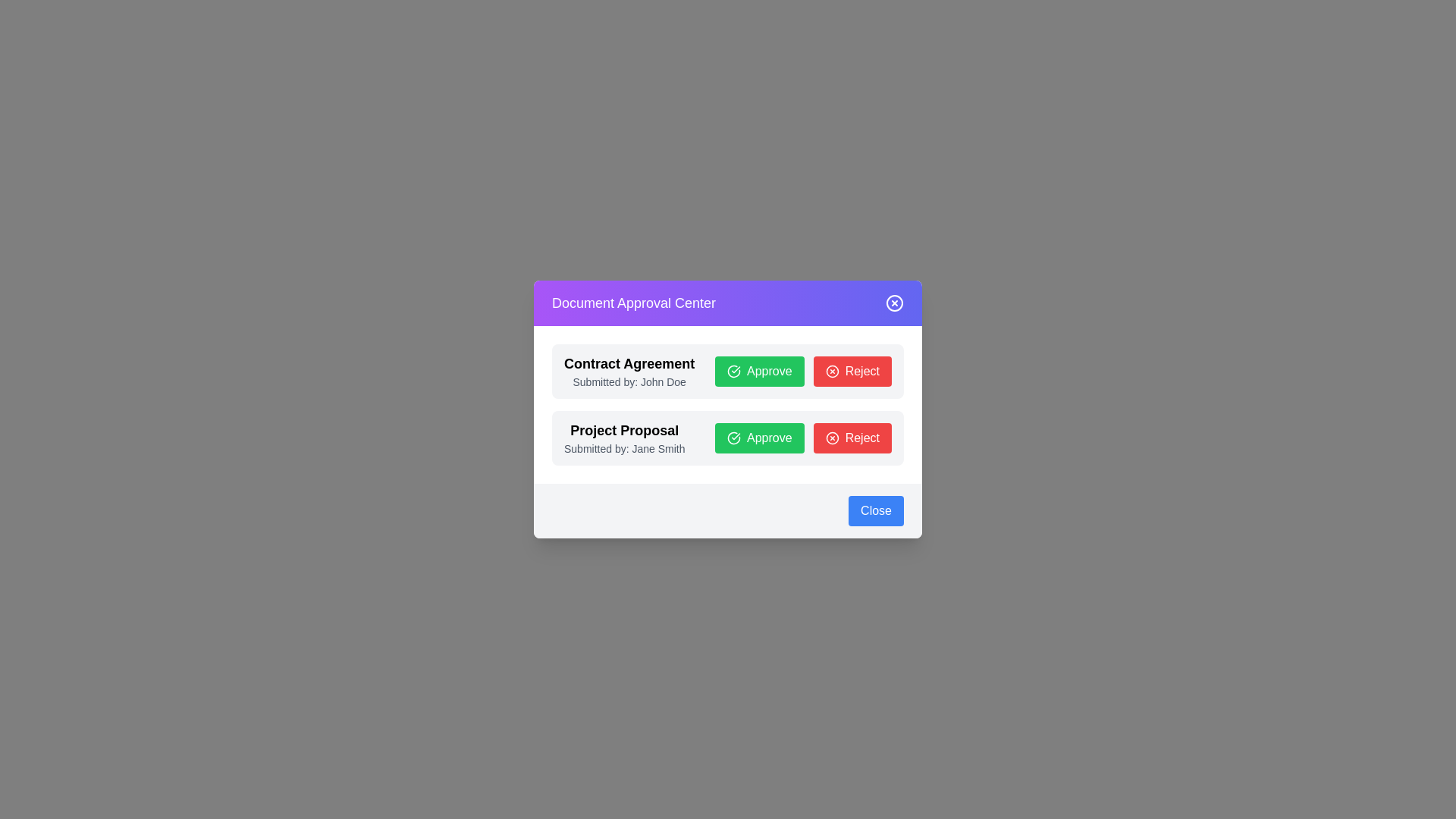 This screenshot has height=819, width=1456. What do you see at coordinates (629, 381) in the screenshot?
I see `the Text label that displays the name of the individual who submitted the contract for review, located under the 'Contract Agreement' heading and above the 'Approve' and 'Reject' buttons` at bounding box center [629, 381].